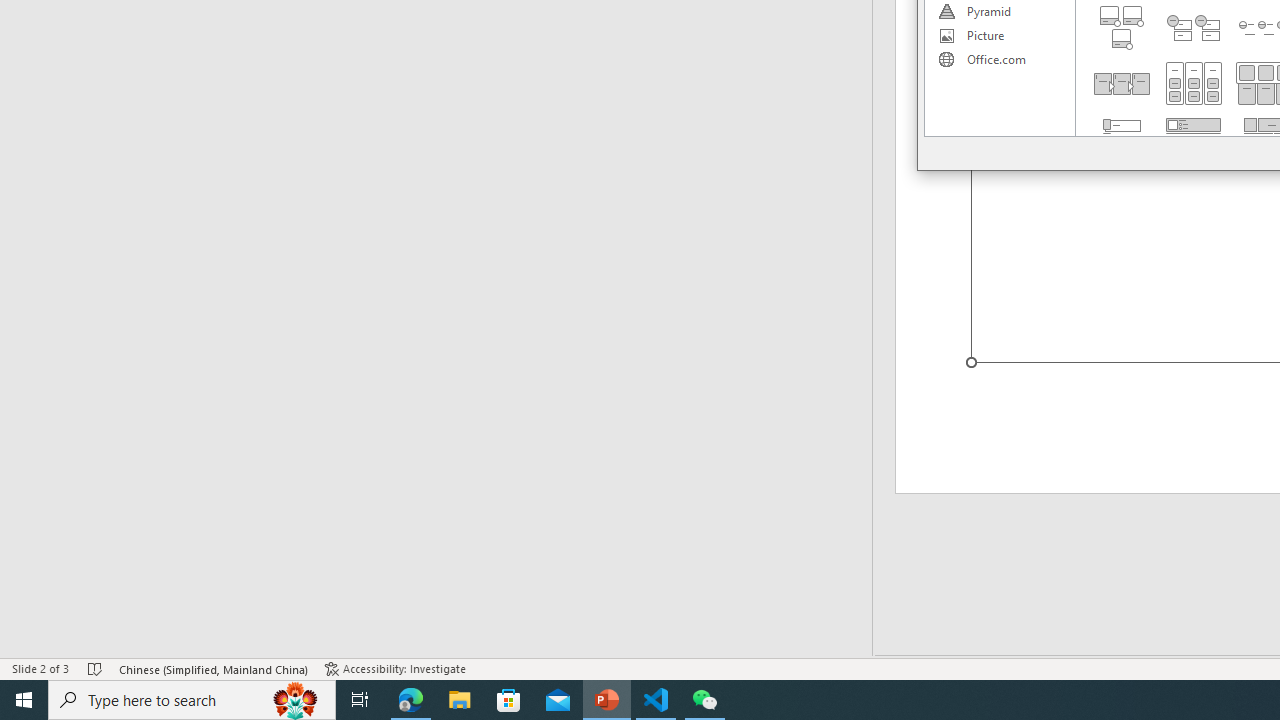 Image resolution: width=1280 pixels, height=720 pixels. Describe the element at coordinates (459, 698) in the screenshot. I see `'File Explorer'` at that location.